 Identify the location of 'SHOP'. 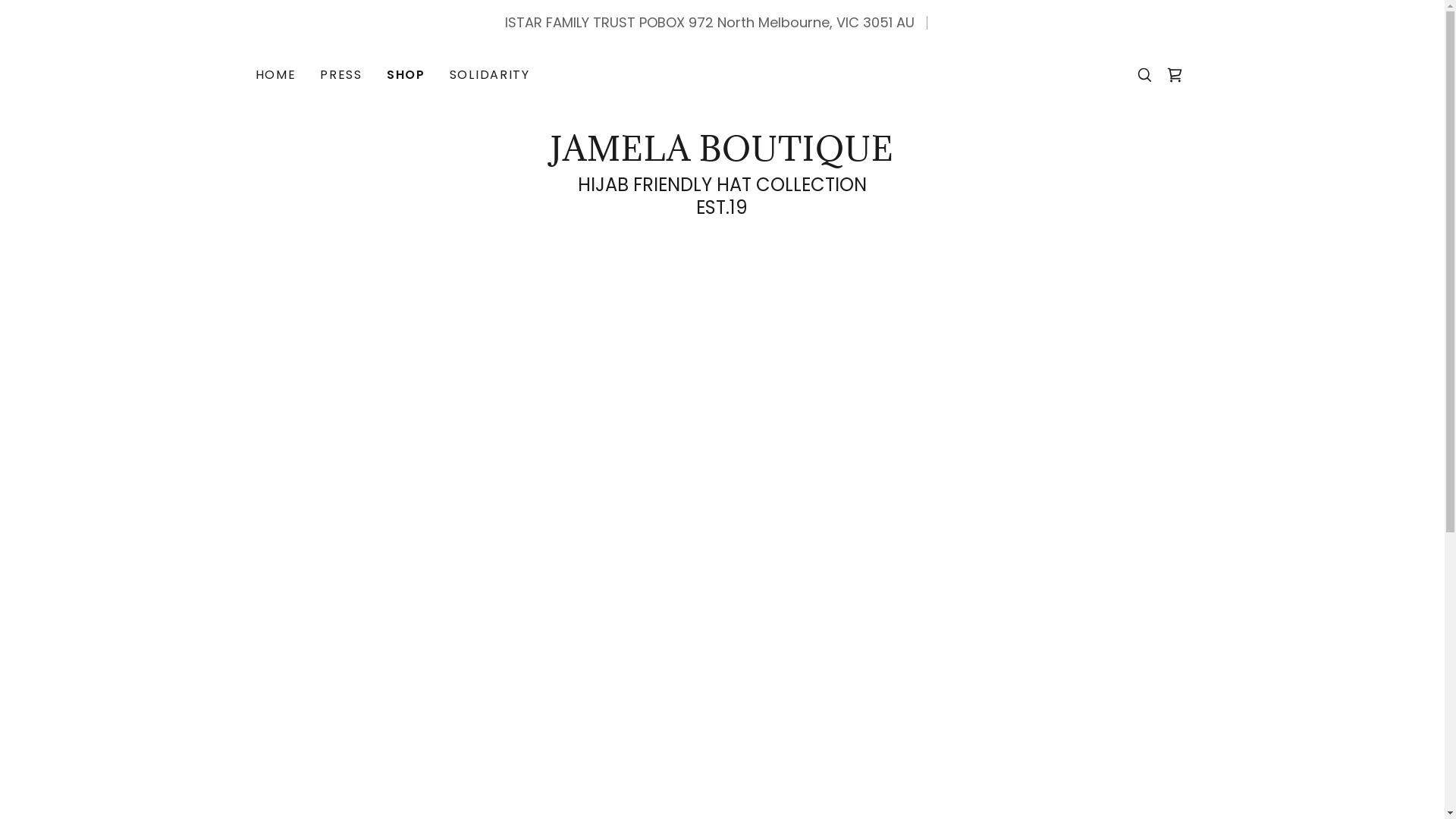
(406, 75).